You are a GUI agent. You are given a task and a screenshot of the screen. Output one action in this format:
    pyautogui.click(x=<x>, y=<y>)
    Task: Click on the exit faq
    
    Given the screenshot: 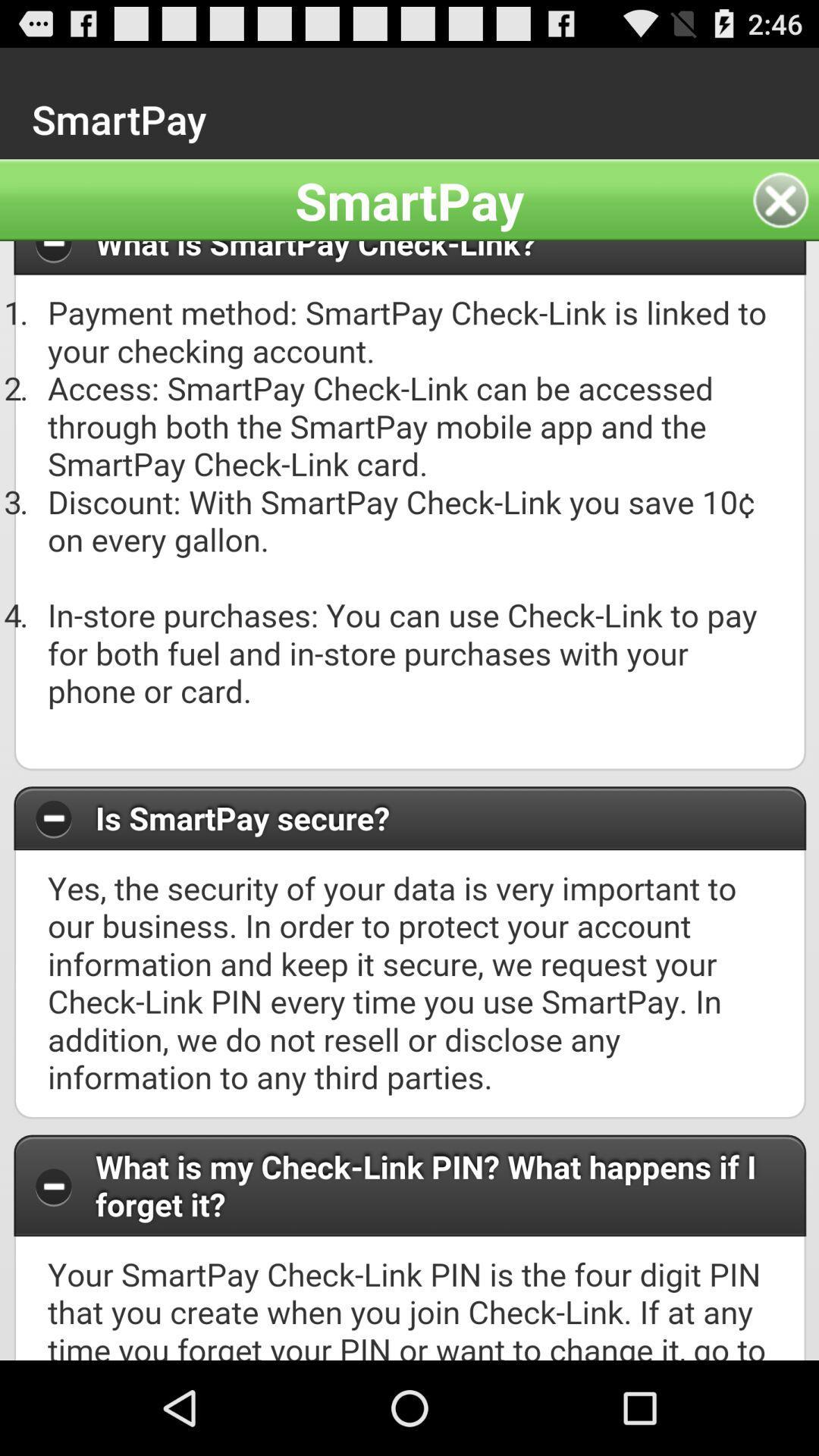 What is the action you would take?
    pyautogui.click(x=785, y=199)
    